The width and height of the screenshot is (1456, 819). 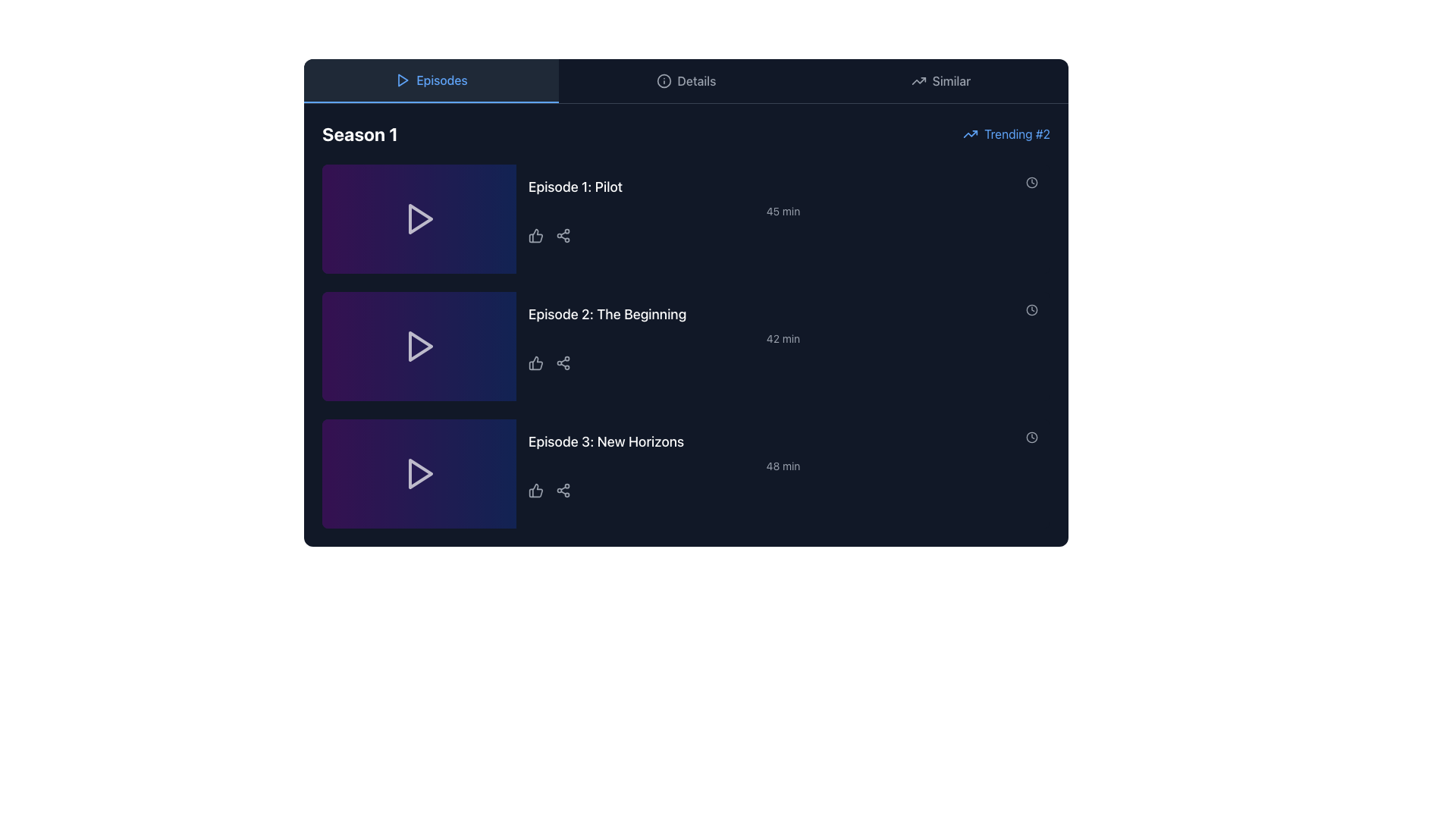 I want to click on the white triangular play icon located inside the rectangular tile for 'Episode 3: New Horizons' to change its opacity, so click(x=419, y=472).